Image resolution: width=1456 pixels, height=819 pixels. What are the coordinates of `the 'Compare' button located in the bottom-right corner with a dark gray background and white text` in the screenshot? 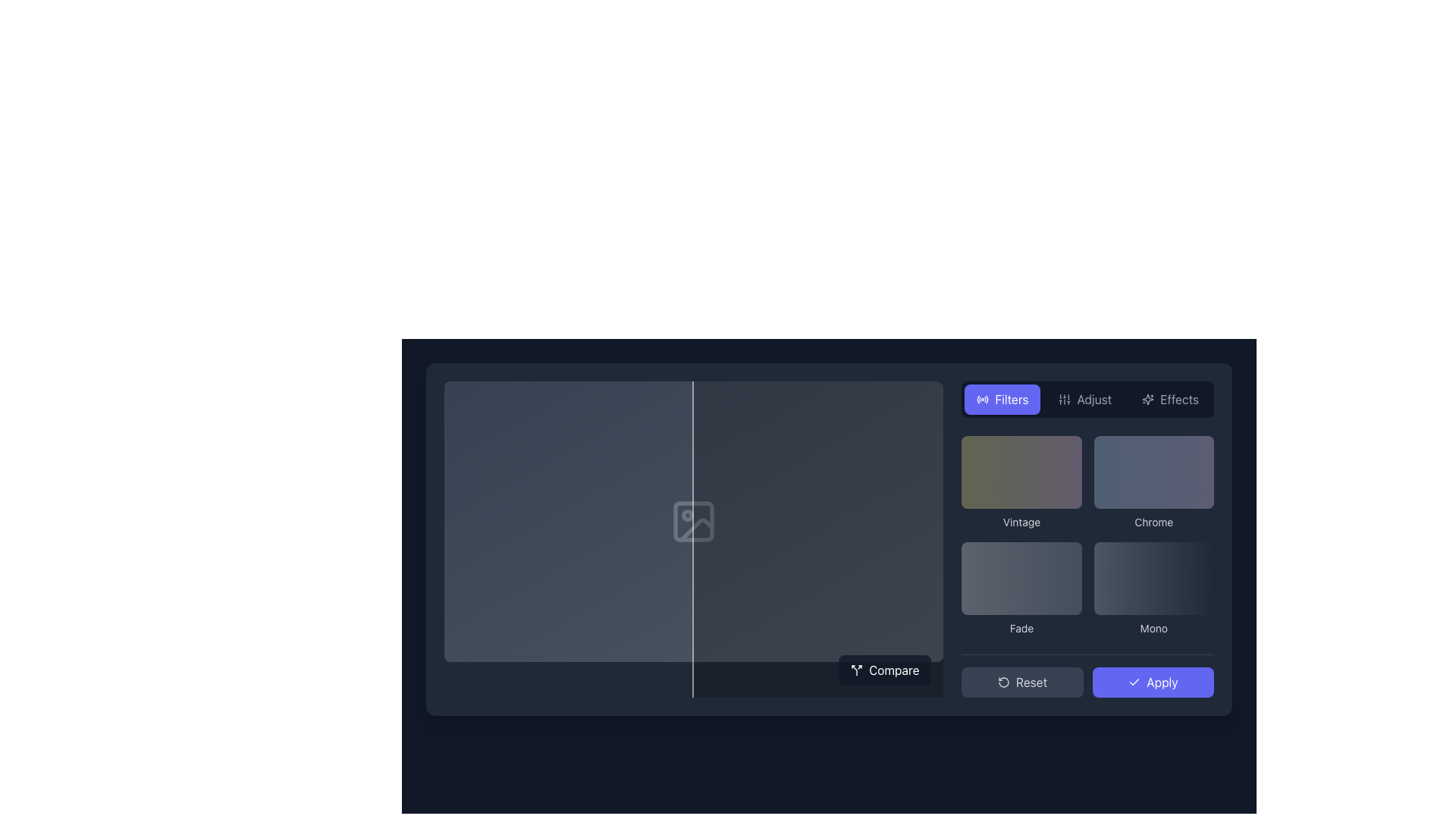 It's located at (885, 669).